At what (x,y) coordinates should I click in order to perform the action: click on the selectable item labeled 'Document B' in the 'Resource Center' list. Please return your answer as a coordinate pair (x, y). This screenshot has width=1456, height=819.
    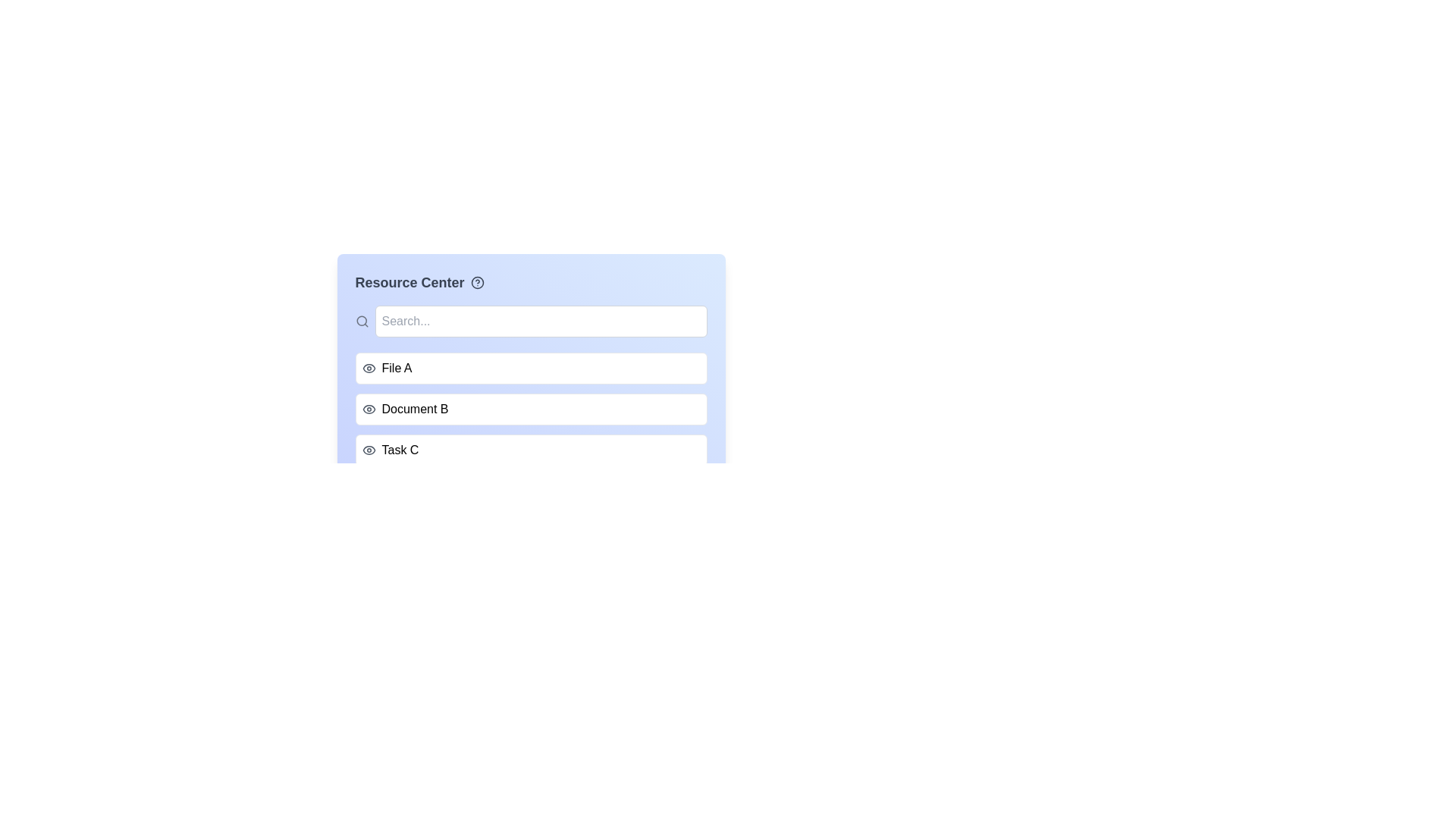
    Looking at the image, I should click on (531, 409).